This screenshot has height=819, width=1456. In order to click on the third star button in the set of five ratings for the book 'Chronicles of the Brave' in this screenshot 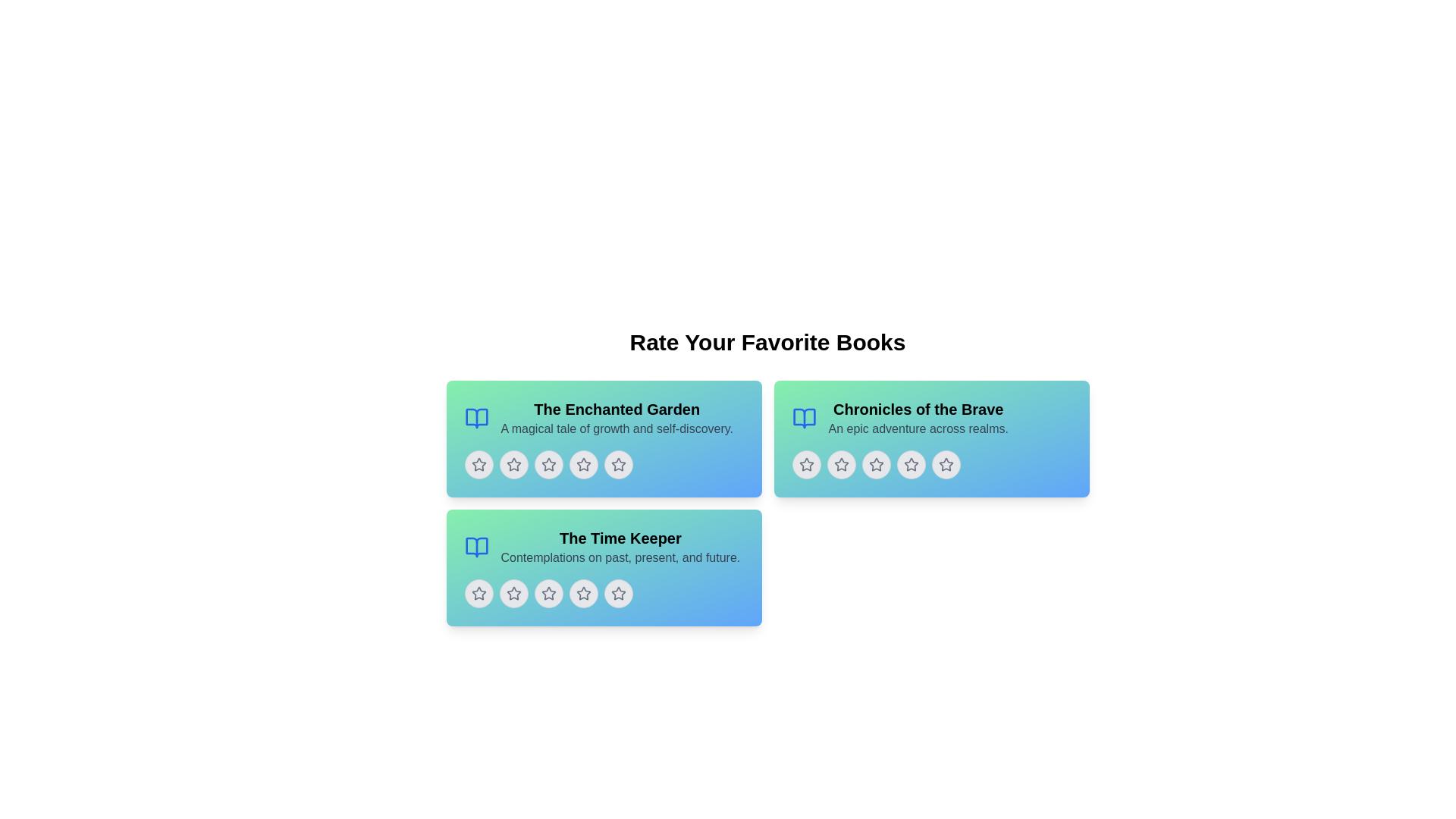, I will do `click(876, 464)`.